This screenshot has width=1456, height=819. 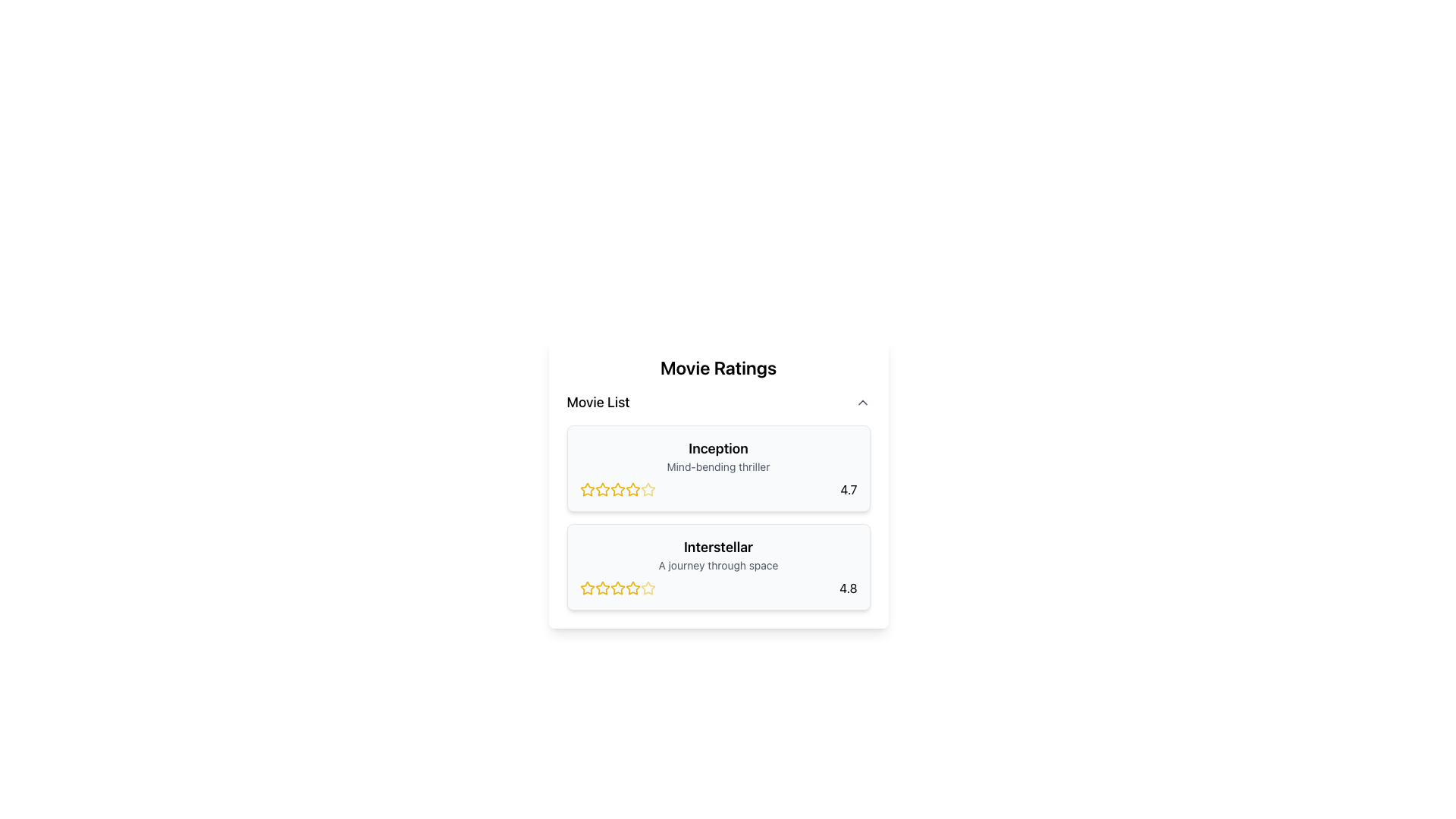 I want to click on the fourth yellow star icon in the rating component for the 'Interstellar' movie, so click(x=648, y=587).